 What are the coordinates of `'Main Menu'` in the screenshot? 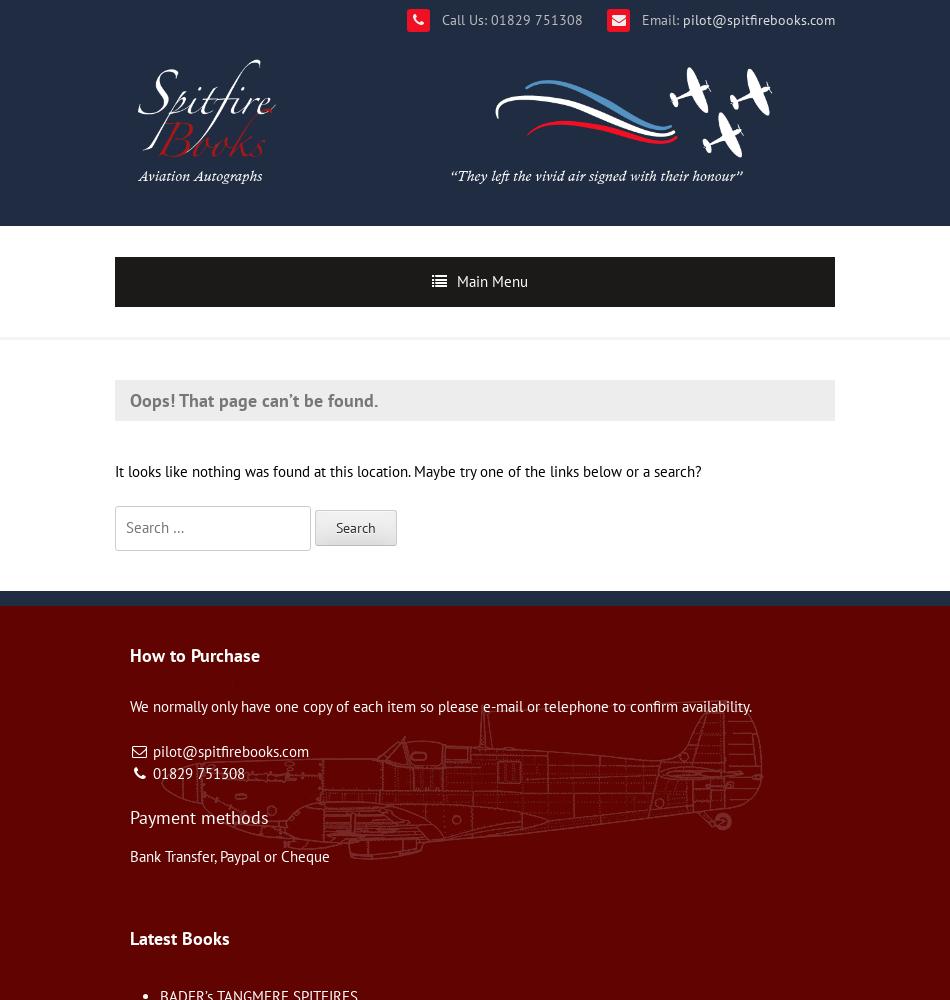 It's located at (456, 280).